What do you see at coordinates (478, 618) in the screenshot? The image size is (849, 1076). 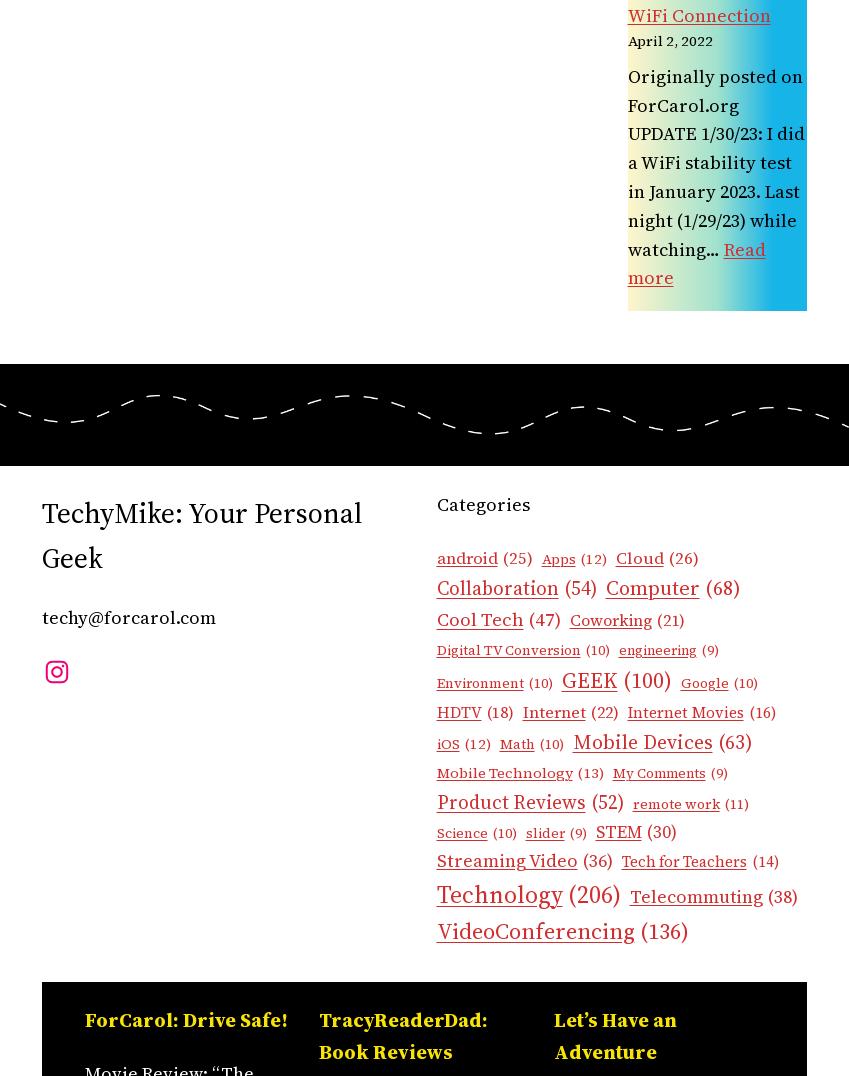 I see `'Cool Tech'` at bounding box center [478, 618].